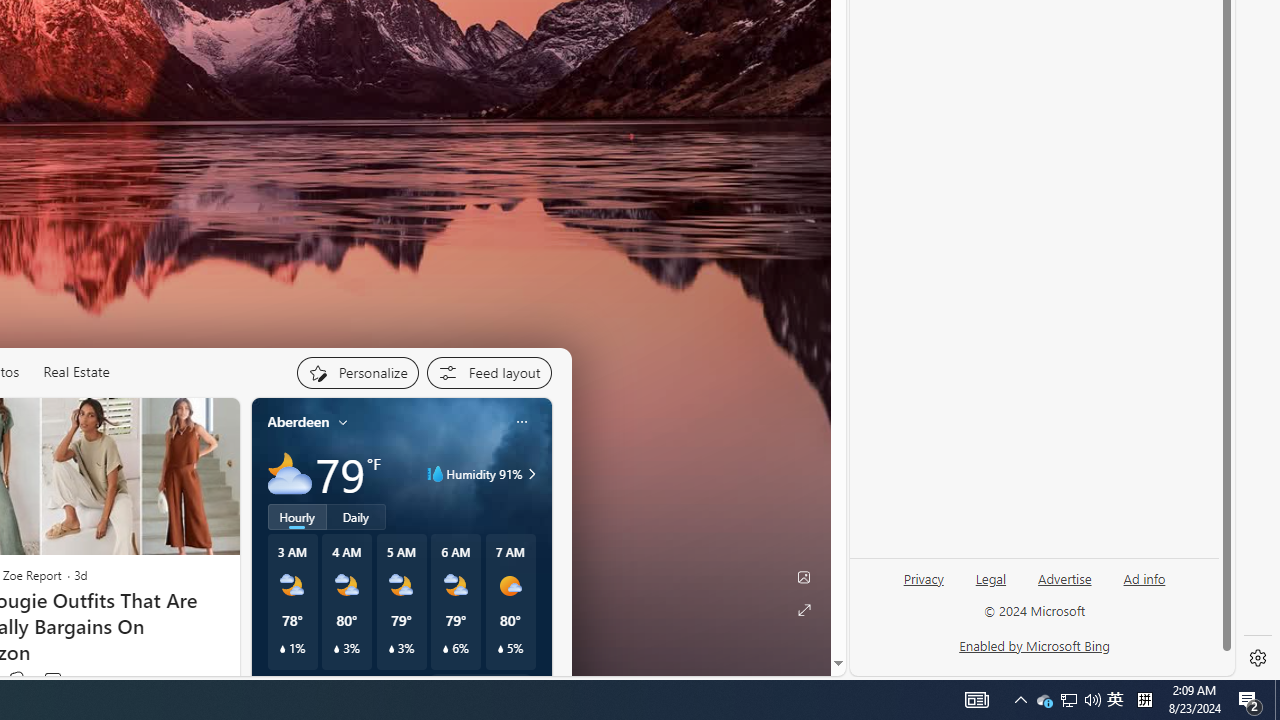  I want to click on 'Feed settings', so click(488, 372).